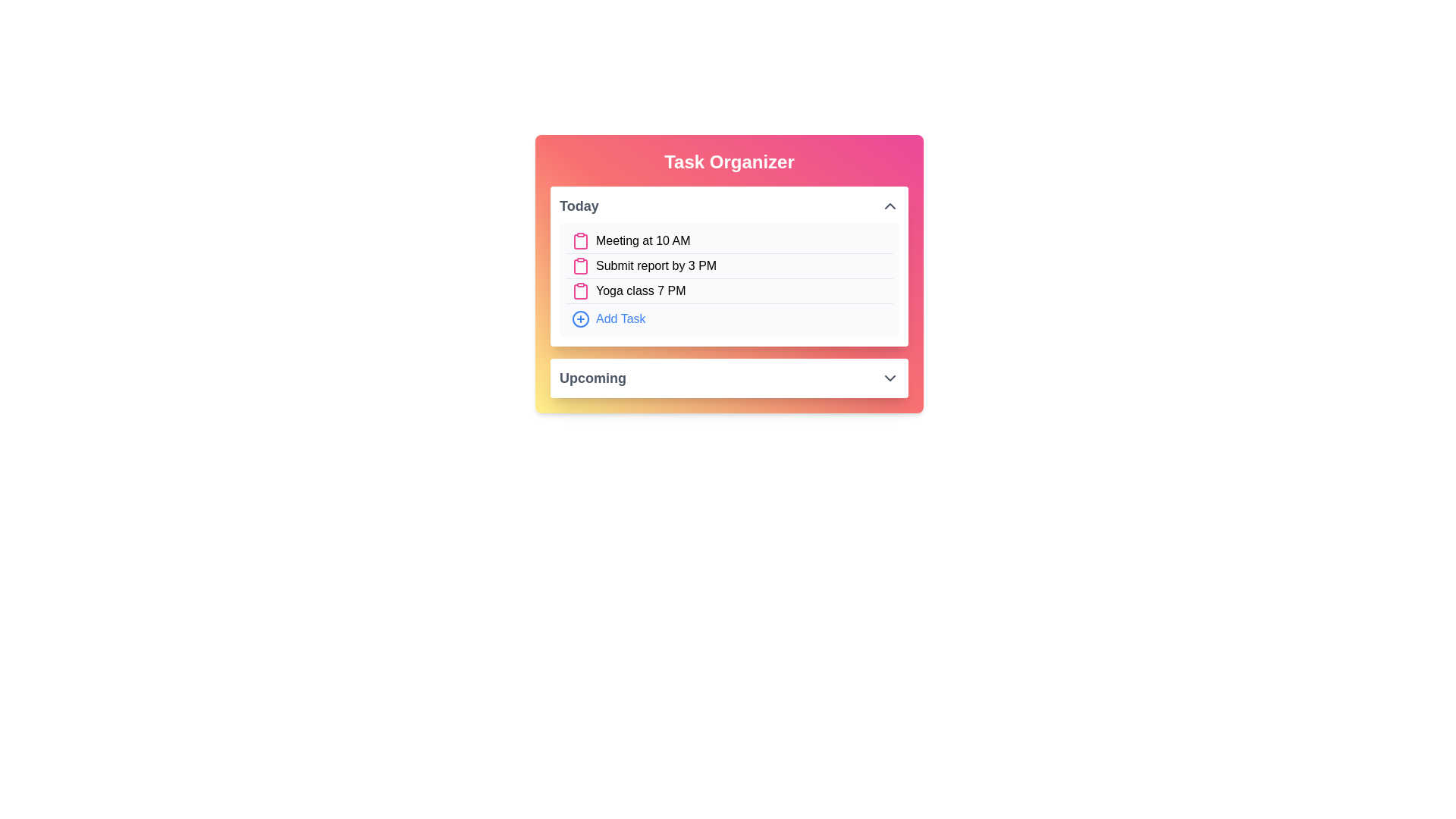  I want to click on the pink clipboard icon located to the left of the 'Meeting at 10 AM' text in the first task item under the 'Today' heading, so click(580, 240).